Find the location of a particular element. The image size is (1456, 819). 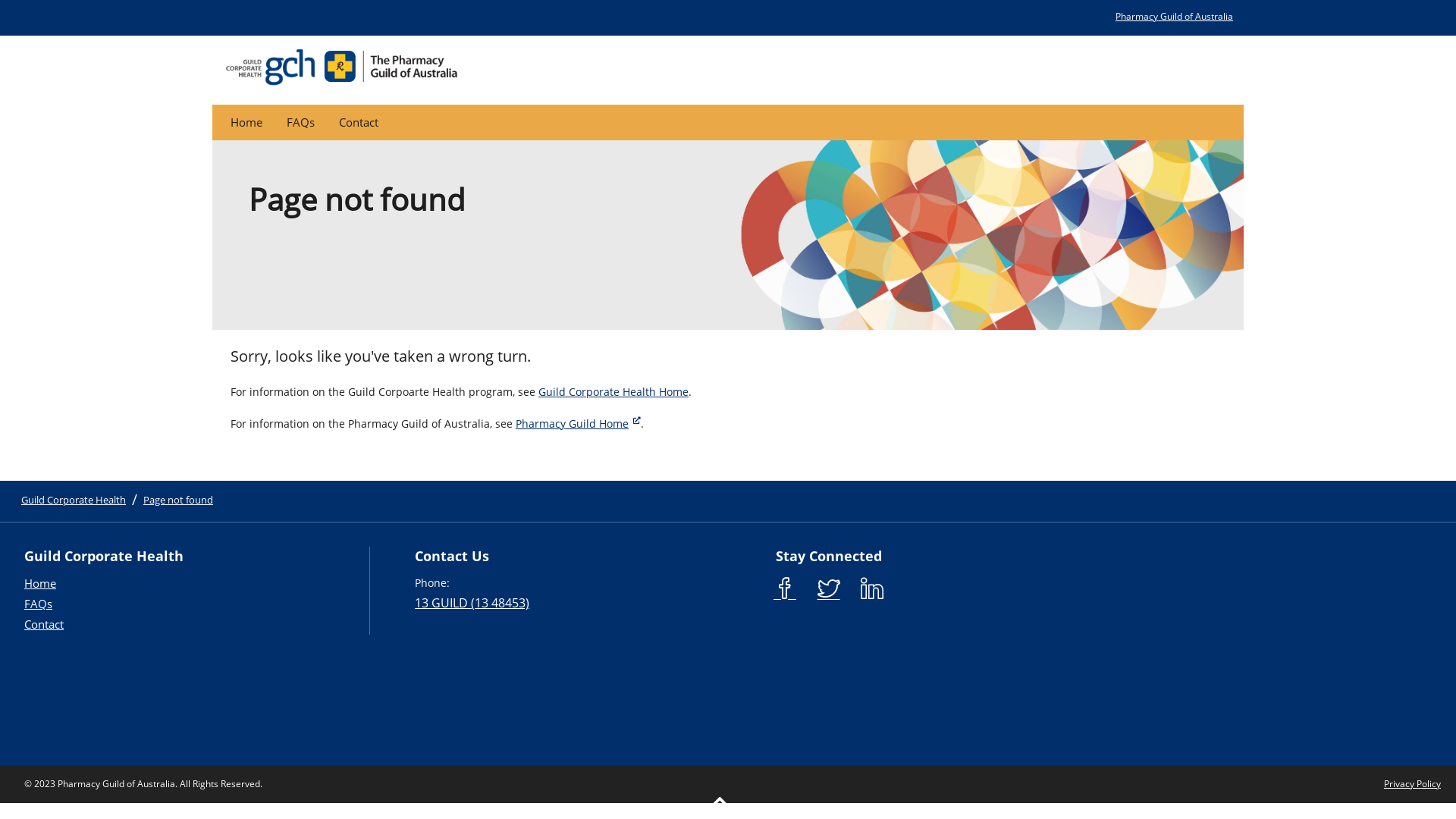

'Privacy Policy' is located at coordinates (1411, 783).